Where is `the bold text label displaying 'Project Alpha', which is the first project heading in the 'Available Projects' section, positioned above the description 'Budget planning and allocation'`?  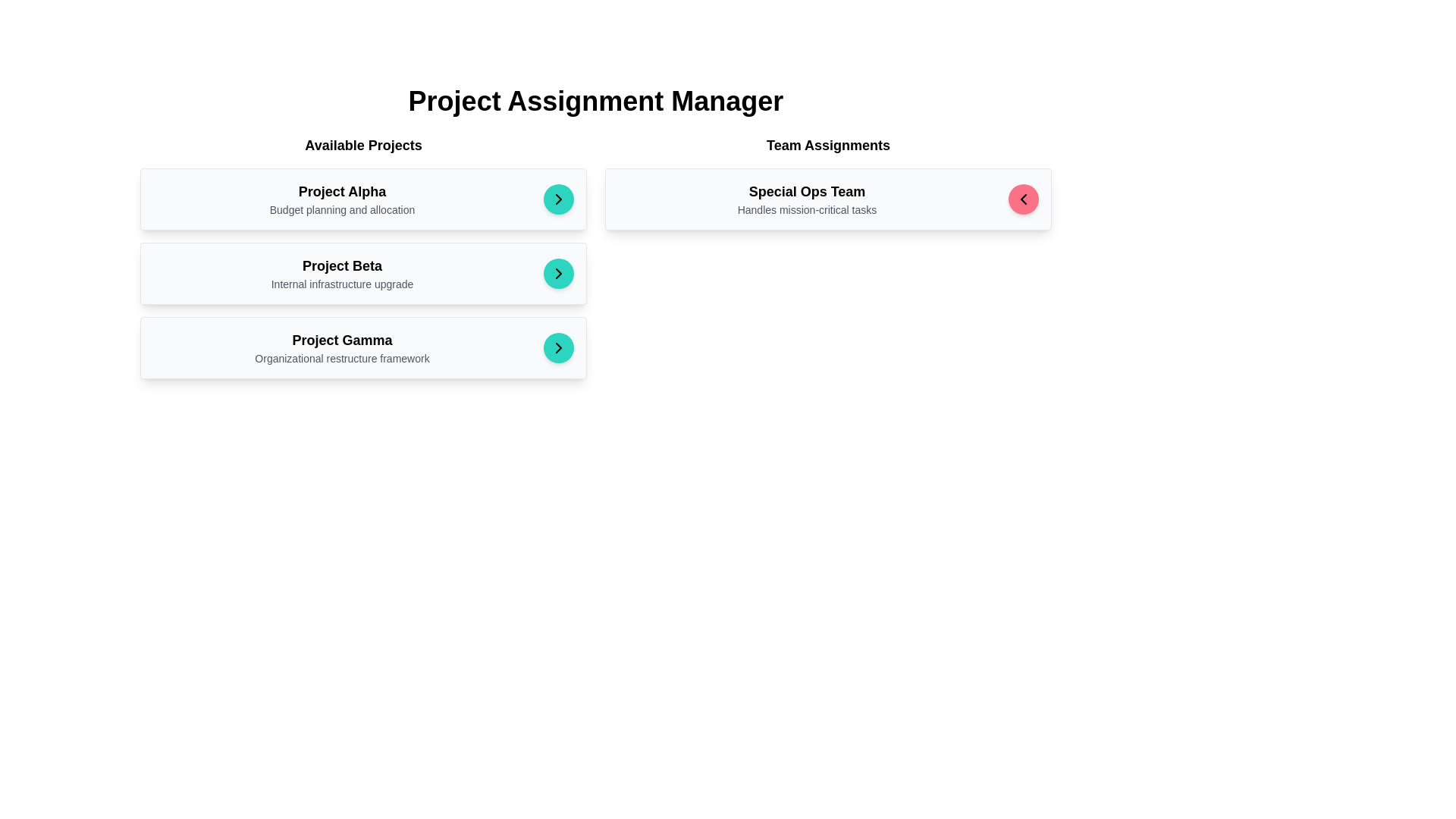
the bold text label displaying 'Project Alpha', which is the first project heading in the 'Available Projects' section, positioned above the description 'Budget planning and allocation' is located at coordinates (341, 191).